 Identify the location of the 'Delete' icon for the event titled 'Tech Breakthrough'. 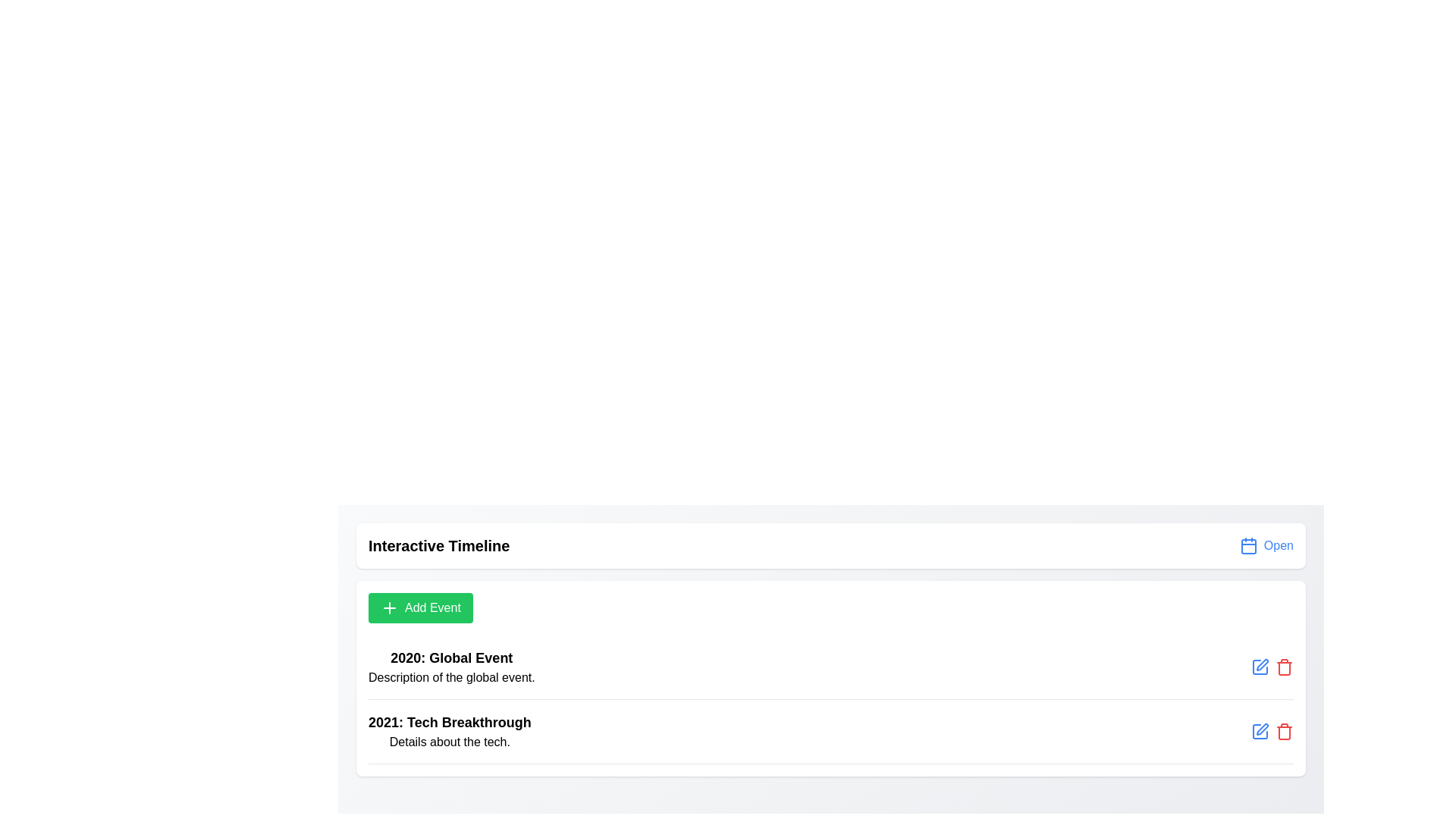
(1284, 730).